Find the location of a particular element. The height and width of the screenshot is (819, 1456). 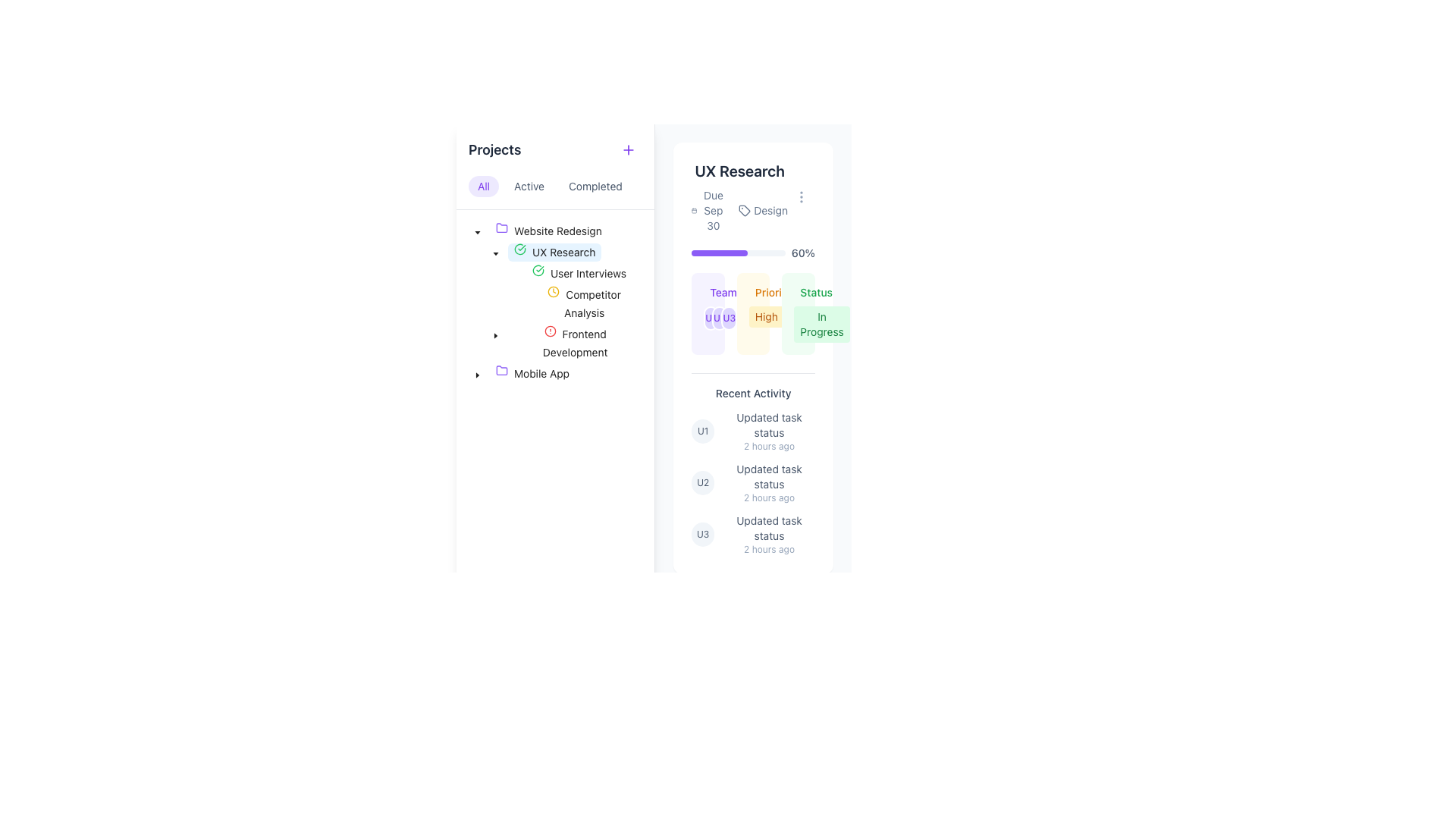

the text label that reads 'Updated task status' in the 'Recent Activity' section of the 'UX Research' panel is located at coordinates (769, 425).